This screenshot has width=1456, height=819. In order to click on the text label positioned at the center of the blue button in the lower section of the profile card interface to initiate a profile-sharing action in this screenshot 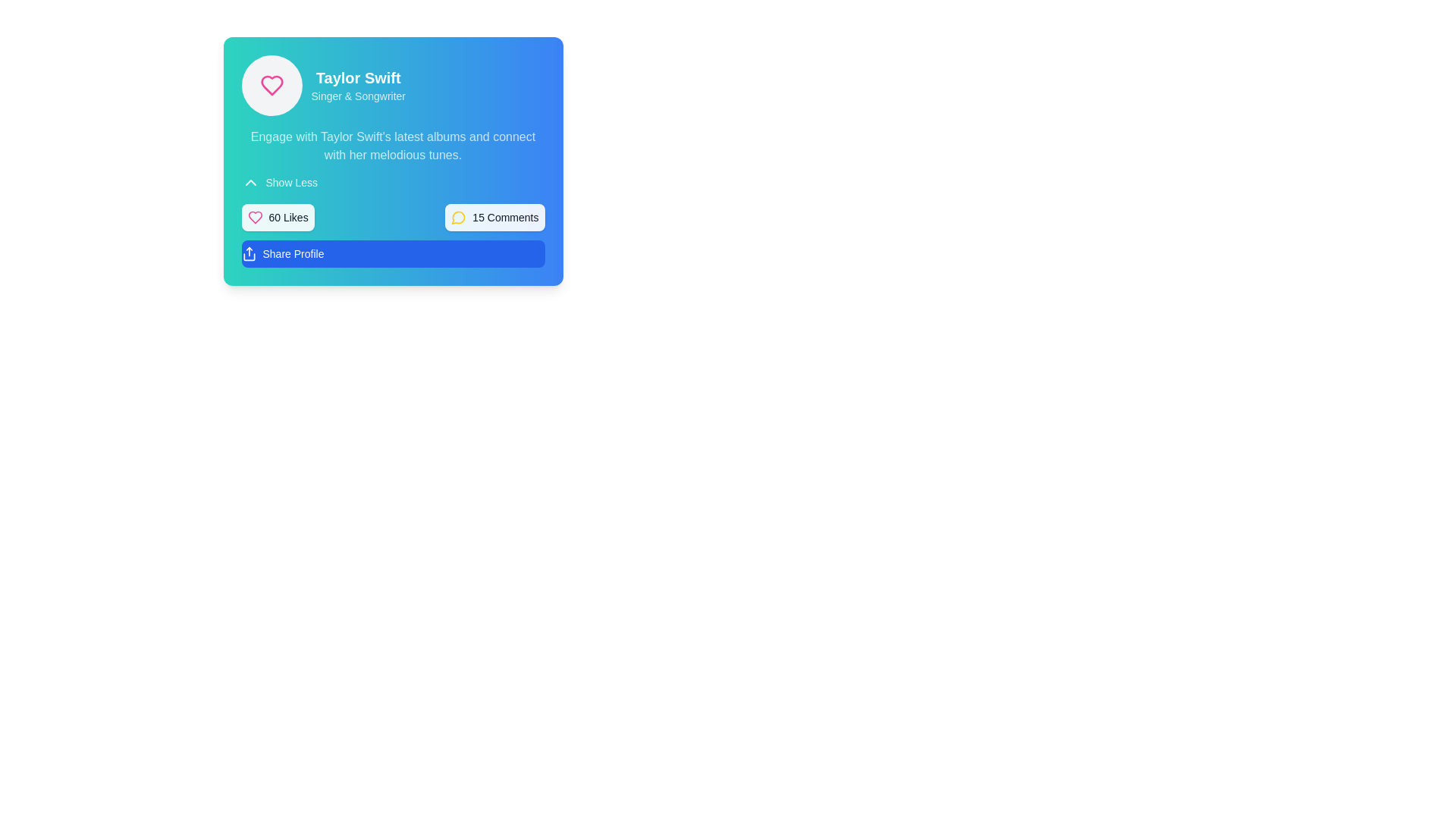, I will do `click(293, 253)`.